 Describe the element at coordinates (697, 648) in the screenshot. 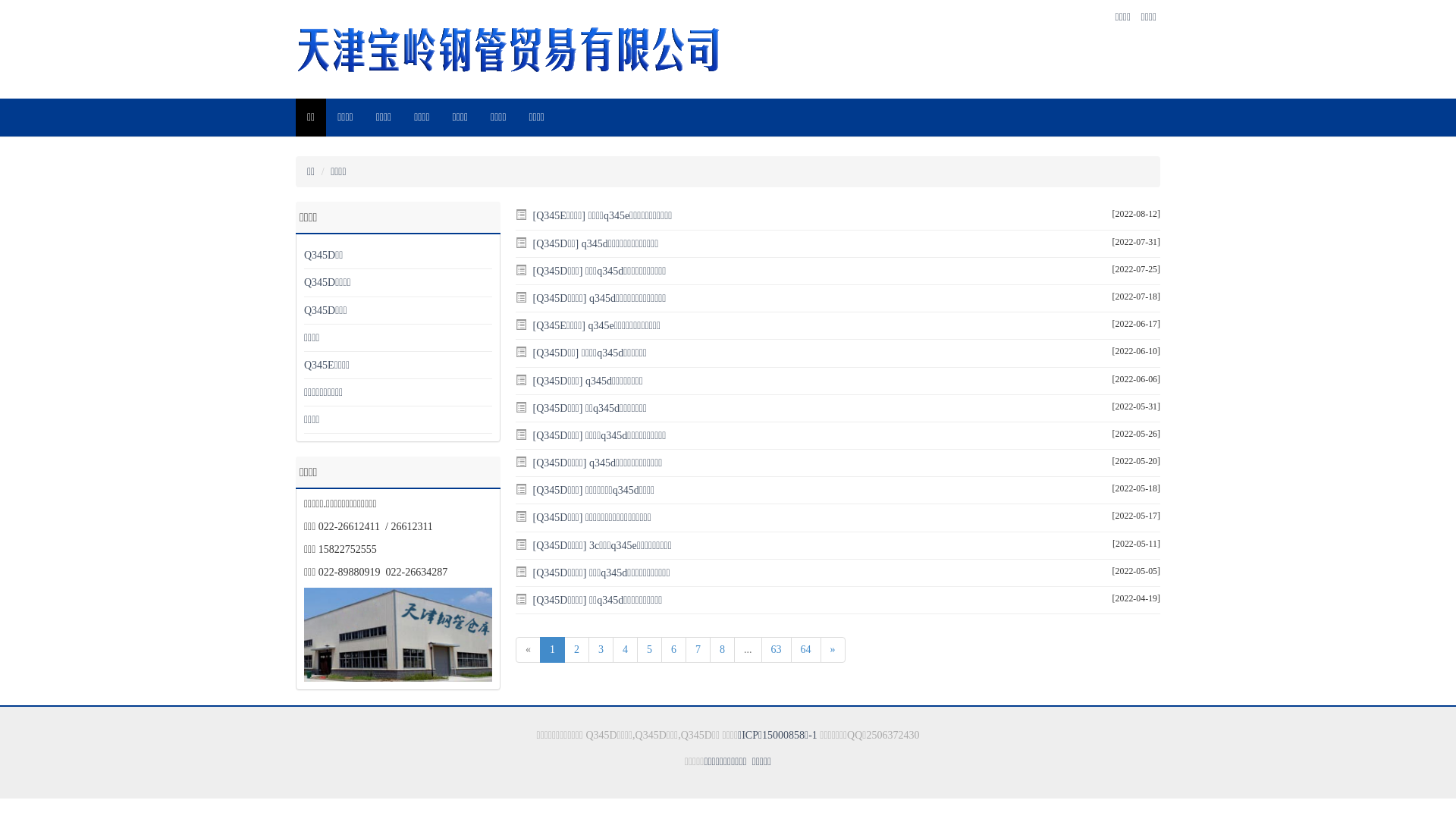

I see `'7'` at that location.